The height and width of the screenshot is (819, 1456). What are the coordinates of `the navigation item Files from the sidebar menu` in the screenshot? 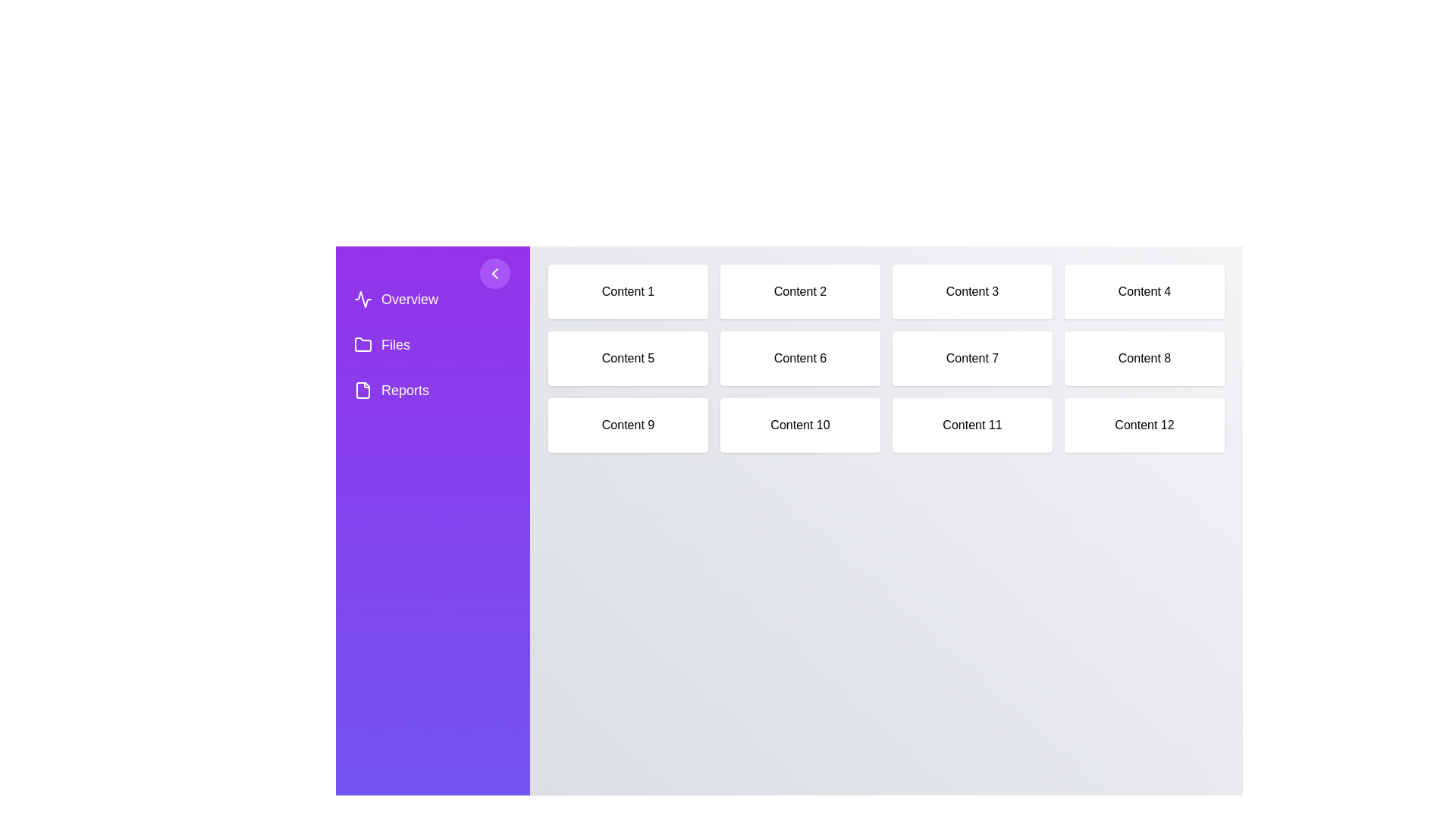 It's located at (432, 345).